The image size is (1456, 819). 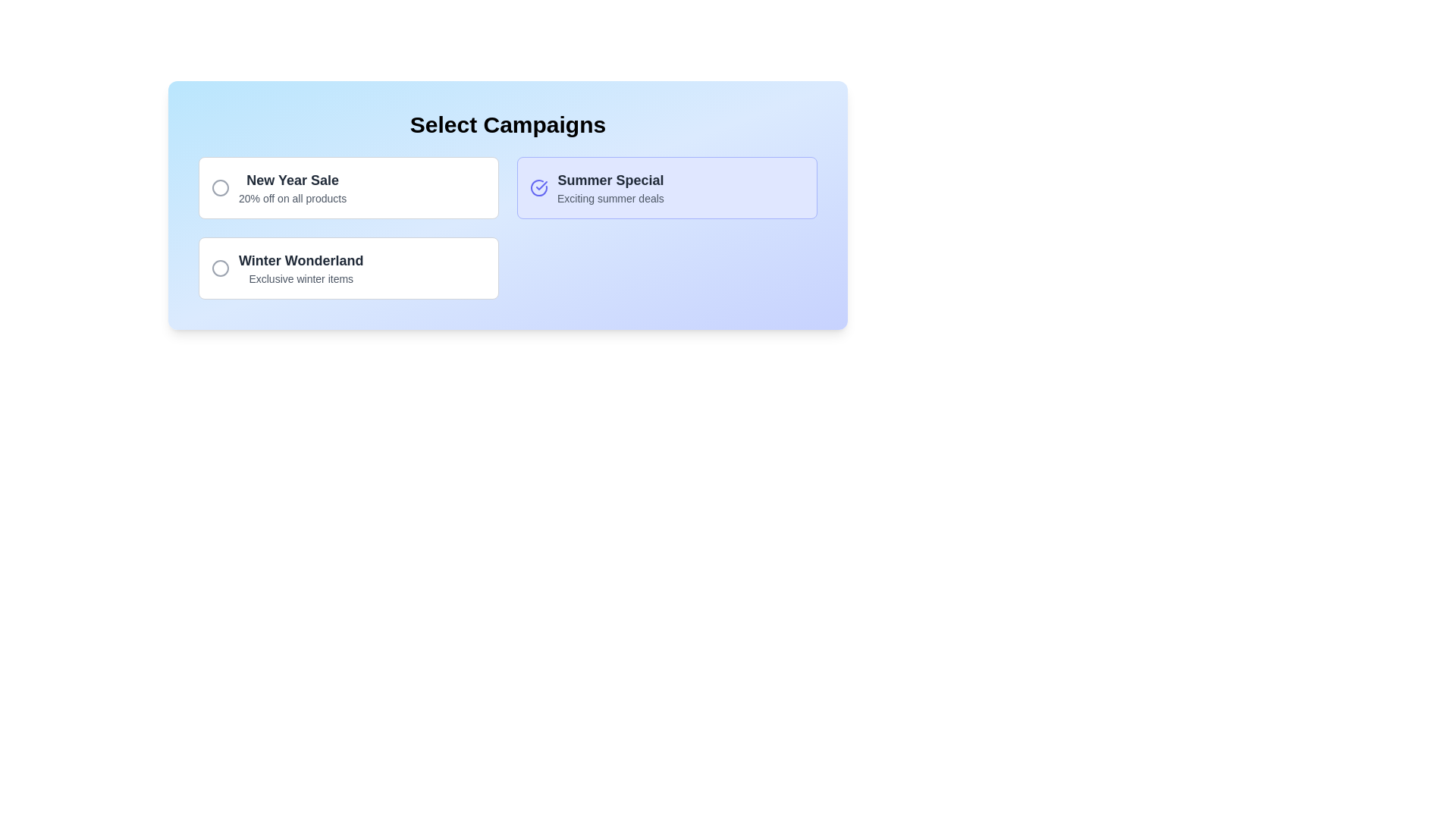 I want to click on the circular checkmark icon with a purple outline at the start of the 'Summer Special' card, so click(x=538, y=187).